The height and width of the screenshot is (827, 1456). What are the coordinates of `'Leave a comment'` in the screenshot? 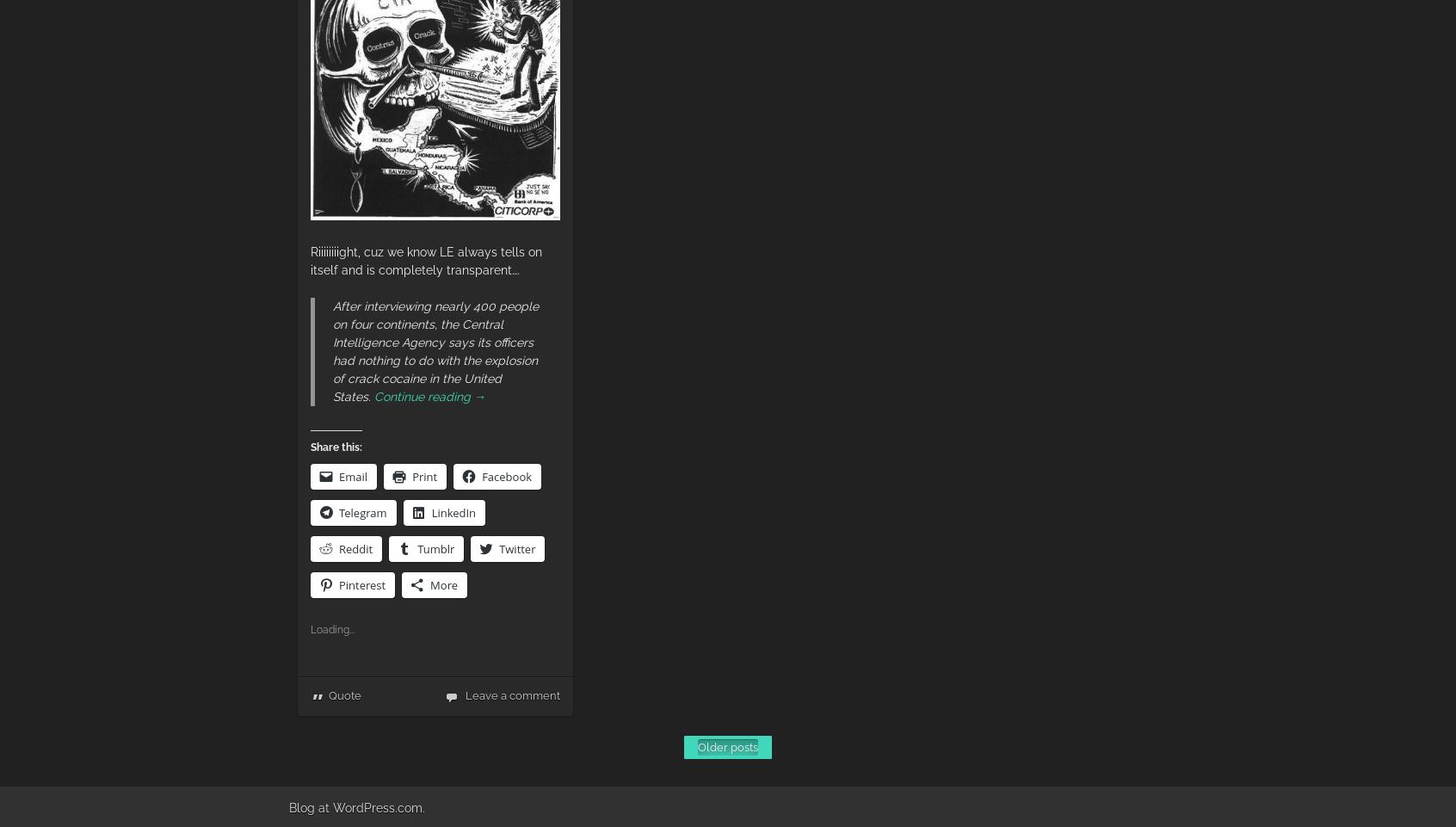 It's located at (511, 695).